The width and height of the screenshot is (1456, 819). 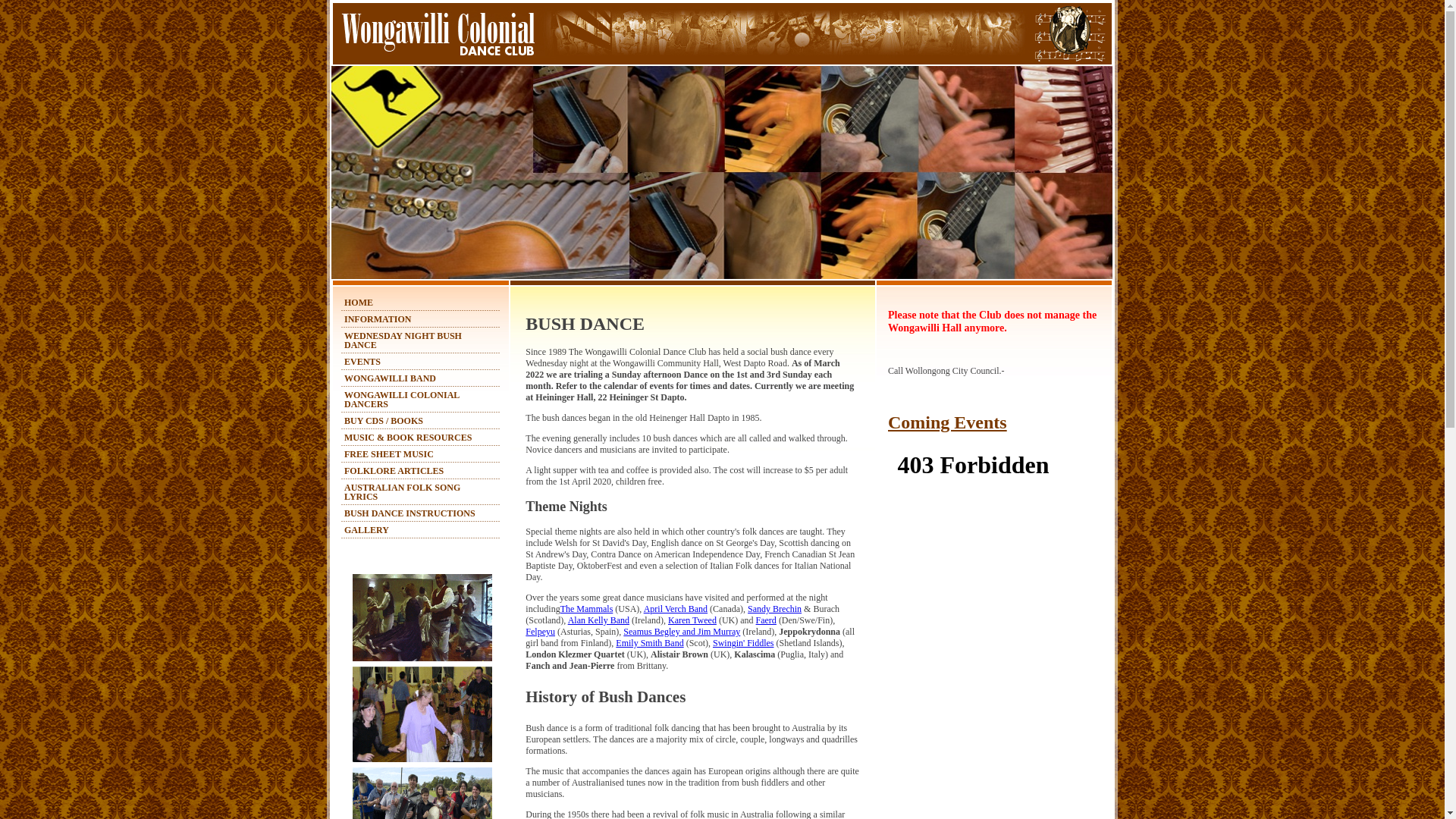 I want to click on 'INFORMATION', so click(x=344, y=318).